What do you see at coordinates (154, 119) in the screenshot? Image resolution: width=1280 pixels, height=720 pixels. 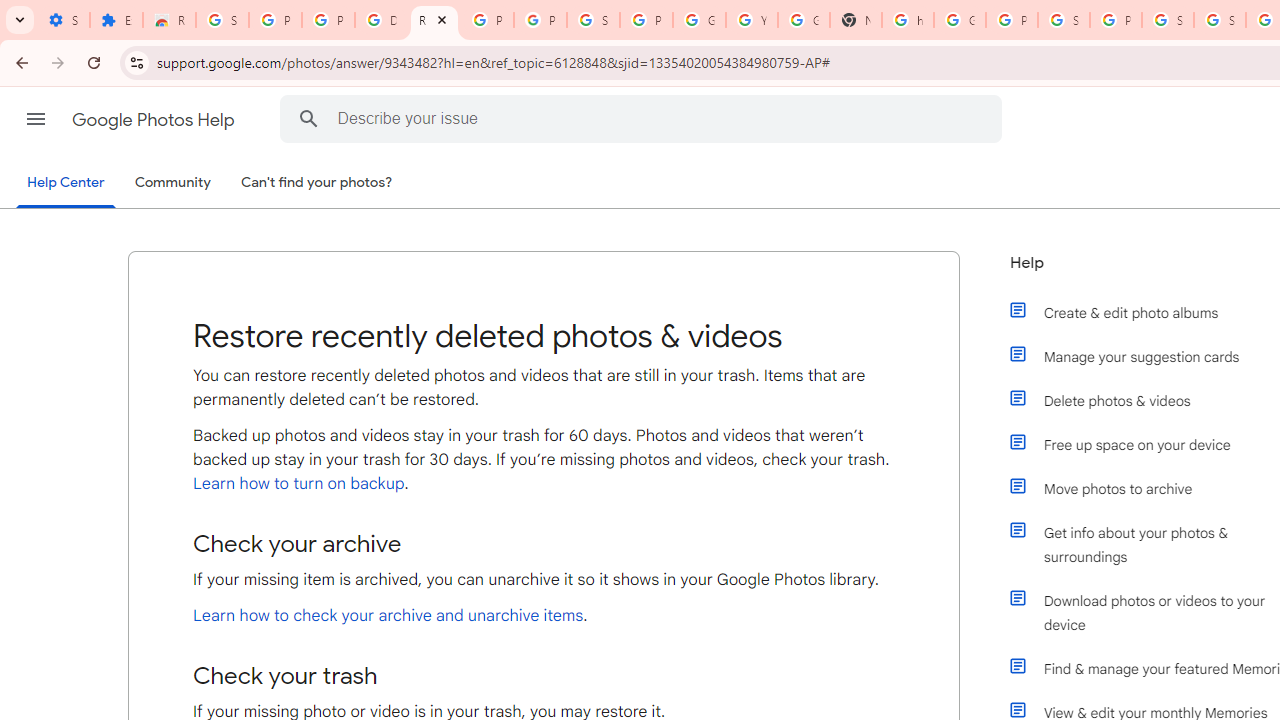 I see `'Google Photos Help'` at bounding box center [154, 119].